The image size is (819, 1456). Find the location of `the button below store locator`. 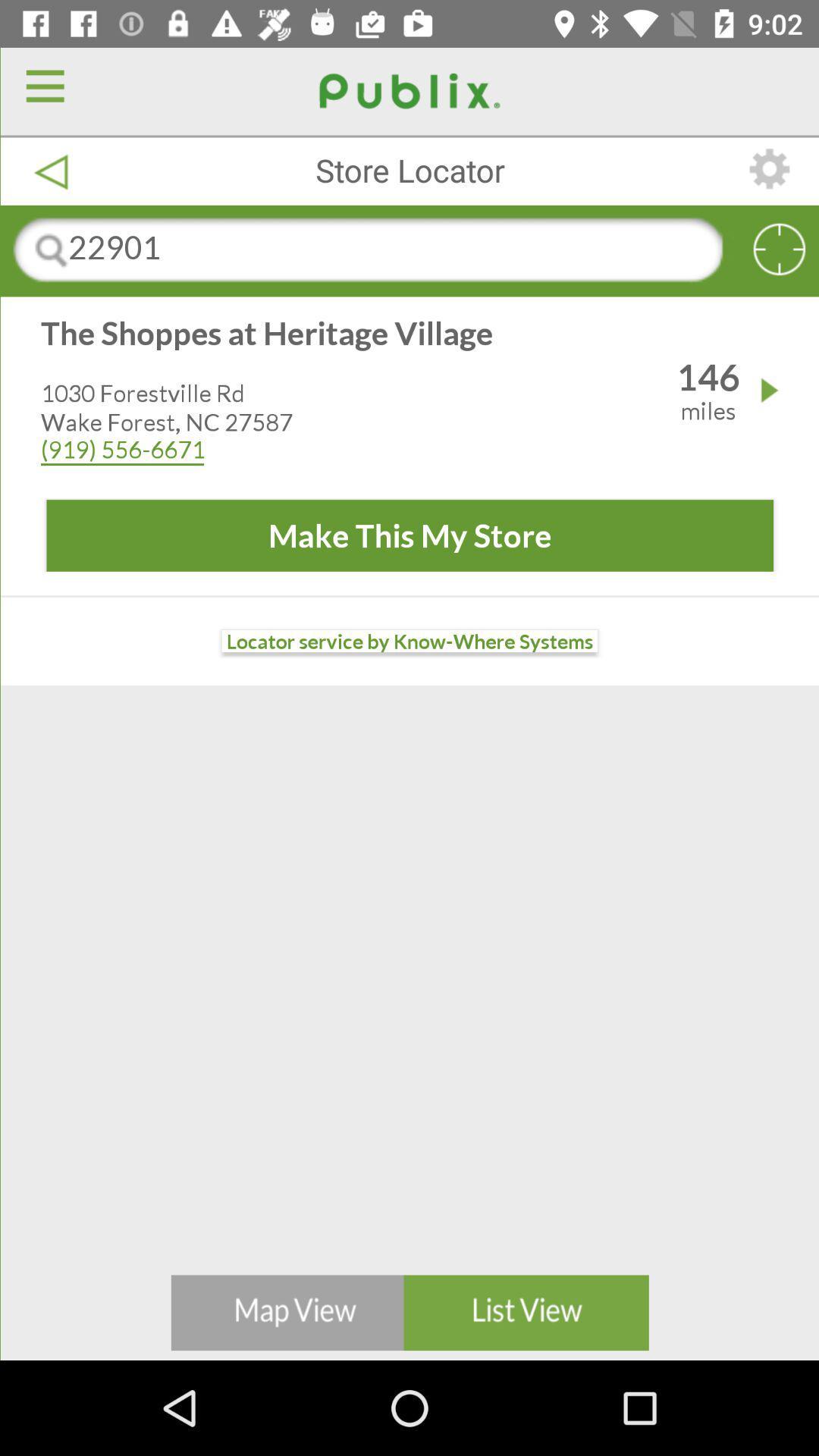

the button below store locator is located at coordinates (409, 251).